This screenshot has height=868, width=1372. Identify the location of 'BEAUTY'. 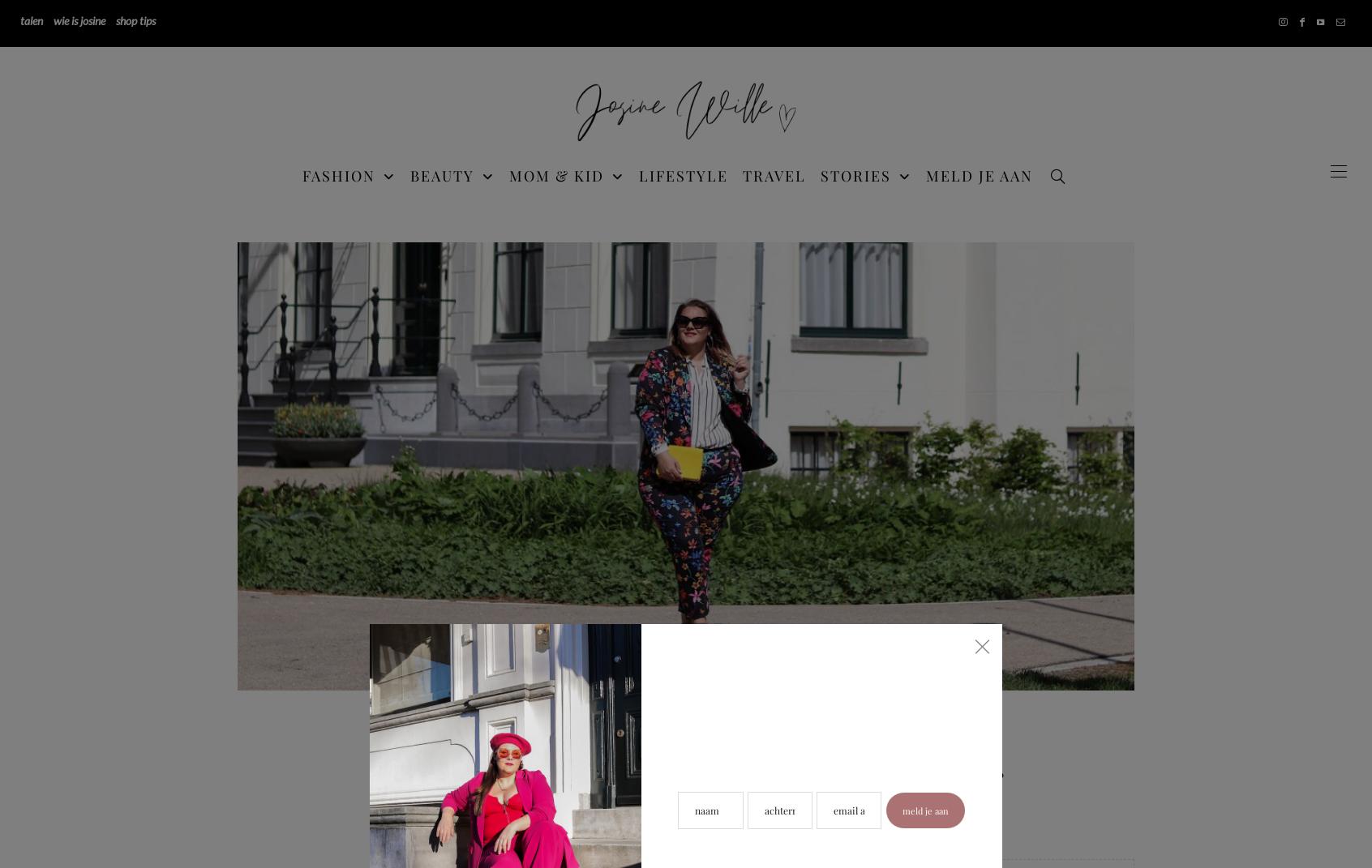
(441, 174).